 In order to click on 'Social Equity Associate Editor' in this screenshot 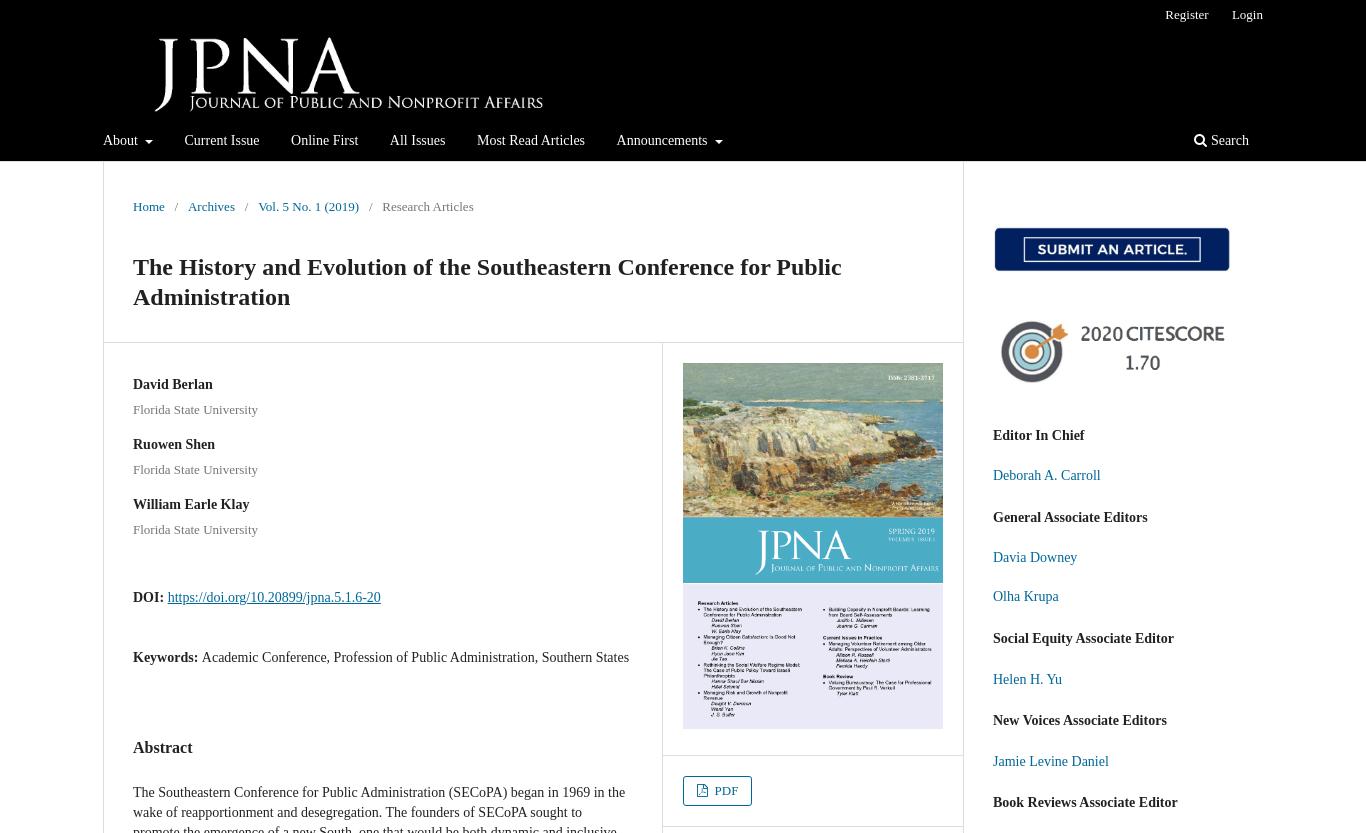, I will do `click(1081, 637)`.